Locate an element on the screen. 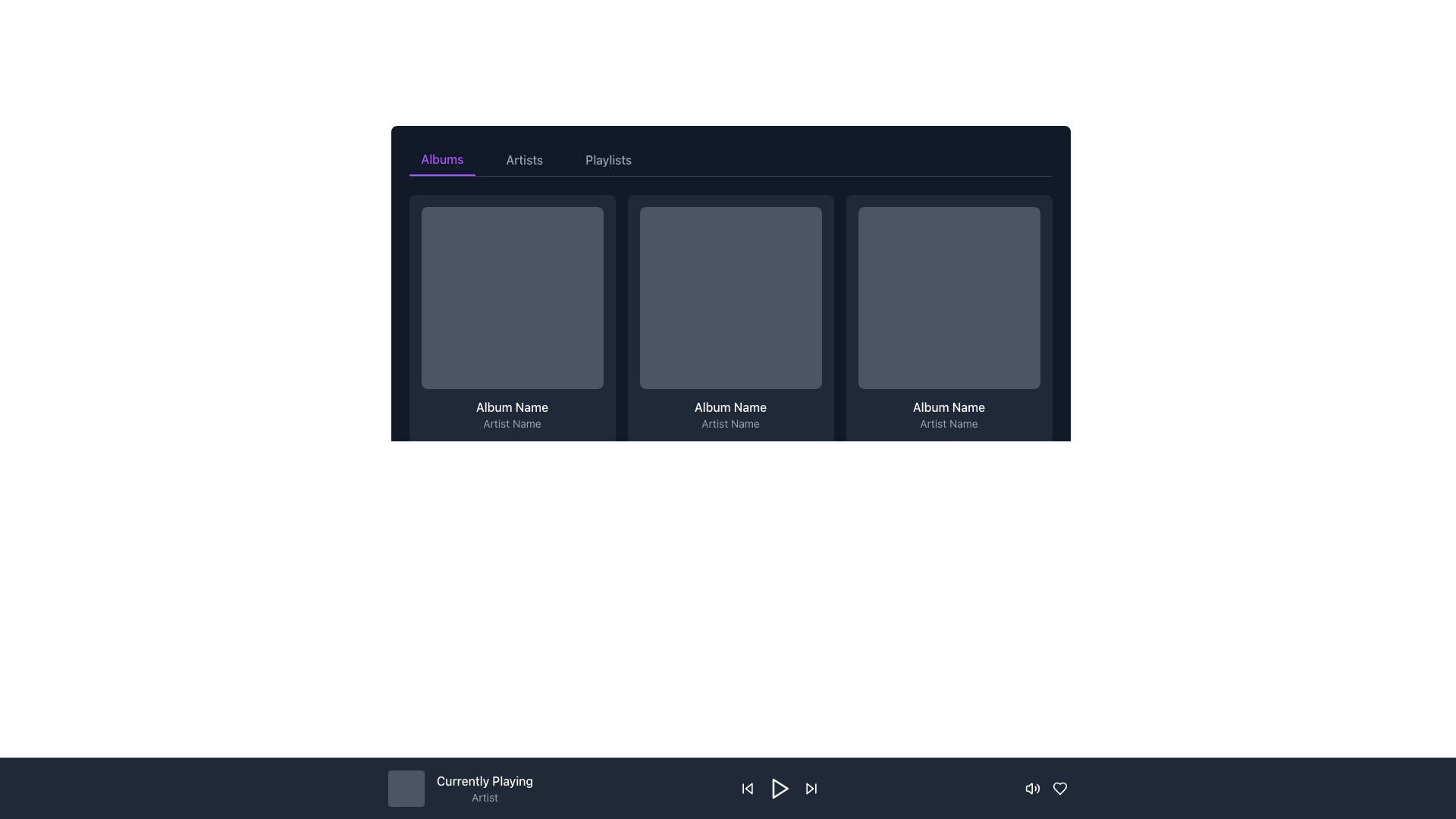 This screenshot has height=819, width=1456. the static text label displaying 'Artist Name', which is styled in gray and located below 'Album Name' and above '0:37' within a card structure is located at coordinates (948, 424).